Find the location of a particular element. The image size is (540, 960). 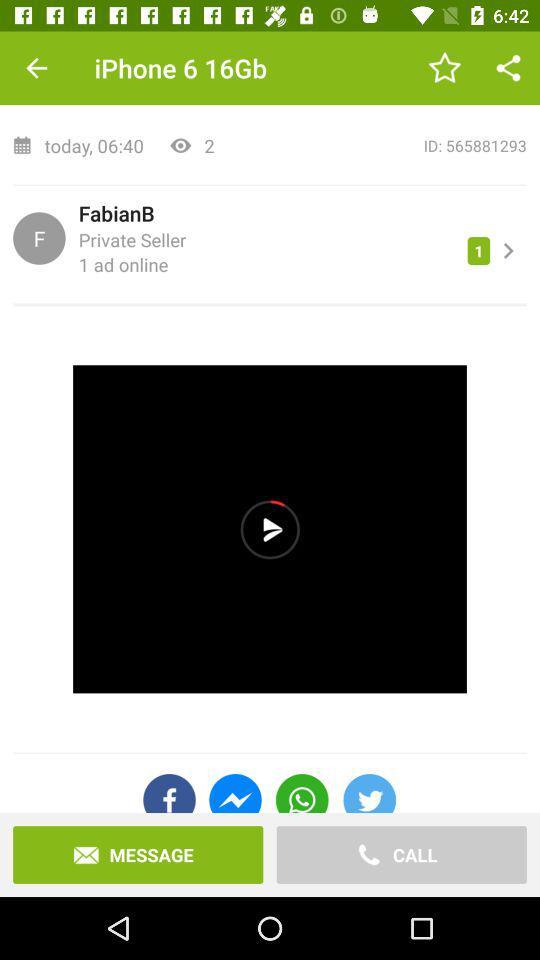

the id: 565881293 is located at coordinates (377, 144).